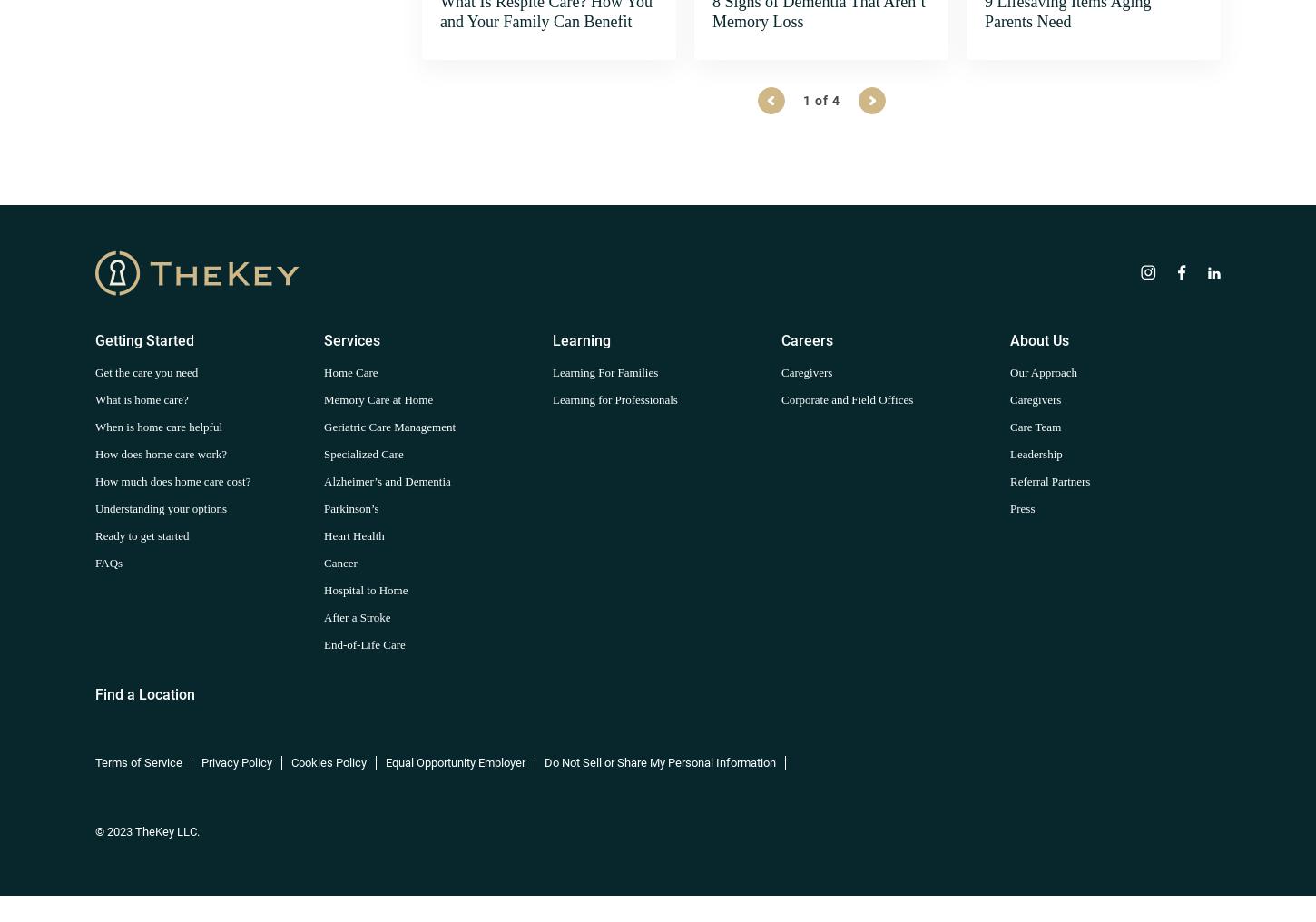 This screenshot has height=922, width=1316. I want to click on 'Cookies Policy', so click(329, 761).